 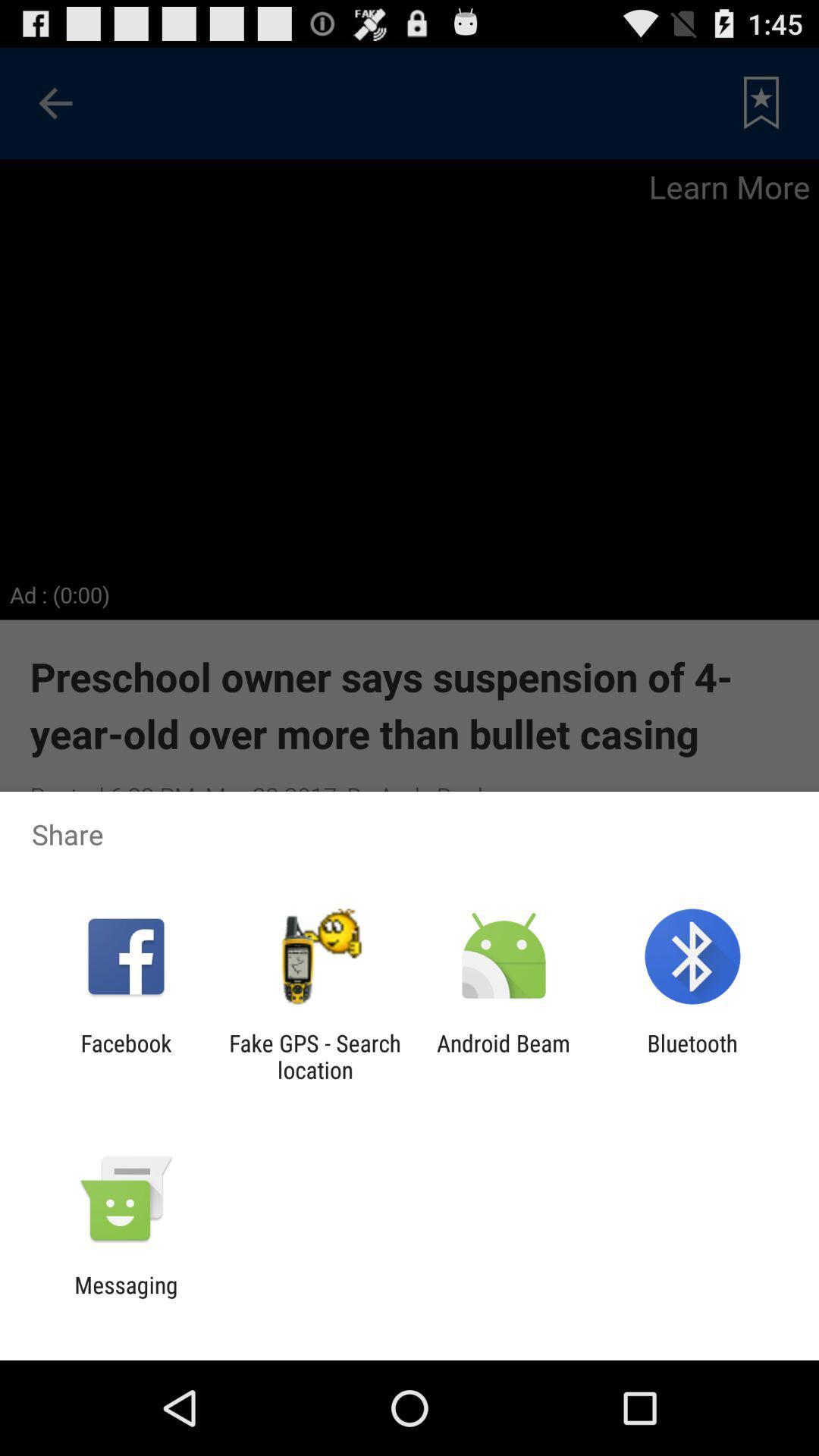 I want to click on item to the right of facebook app, so click(x=314, y=1056).